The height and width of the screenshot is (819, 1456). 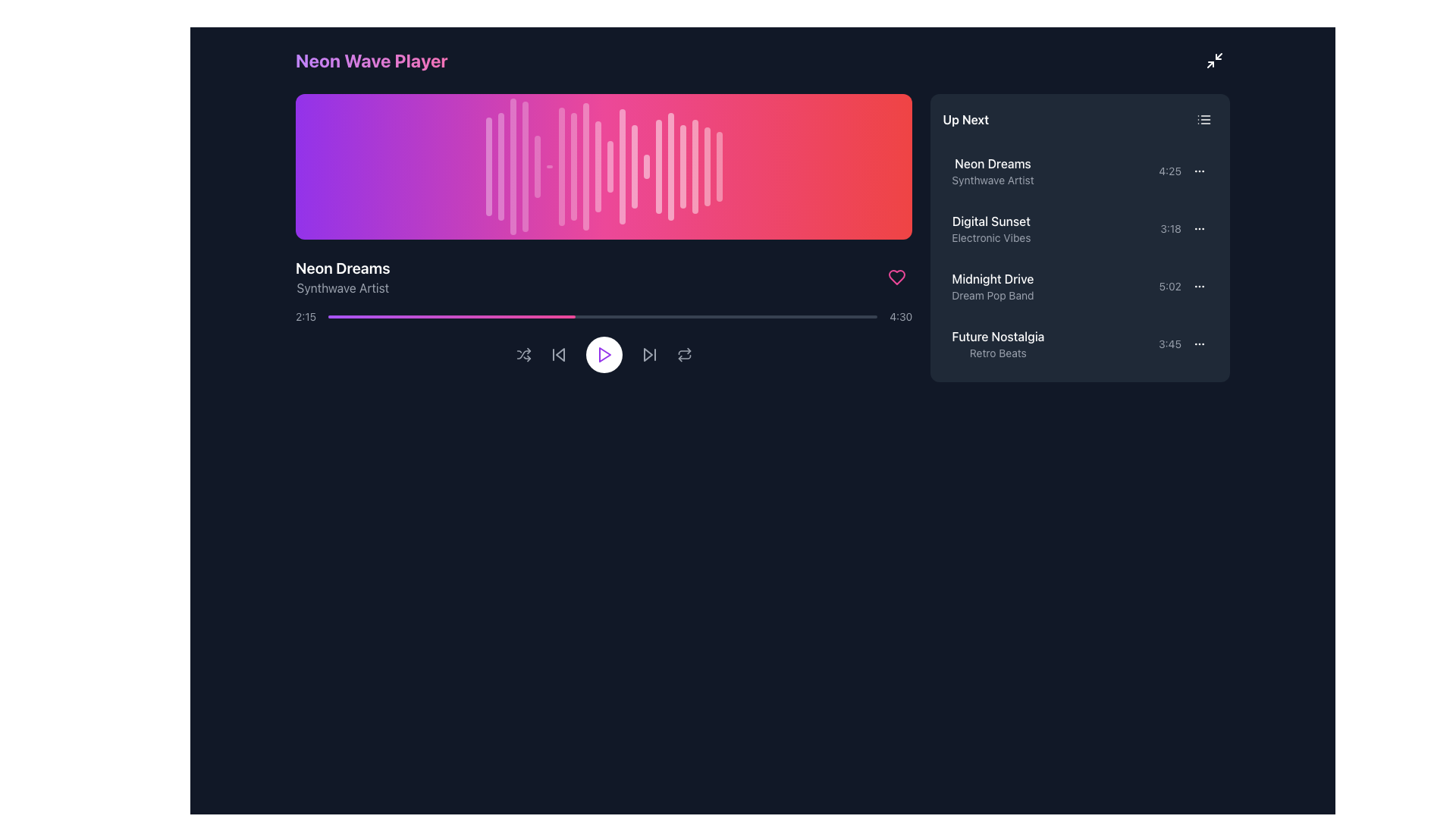 What do you see at coordinates (993, 180) in the screenshot?
I see `text label that says 'Synthwave Artist', which is styled in gray and positioned under the 'Neon Dreams' title in the 'Up Next' panel` at bounding box center [993, 180].